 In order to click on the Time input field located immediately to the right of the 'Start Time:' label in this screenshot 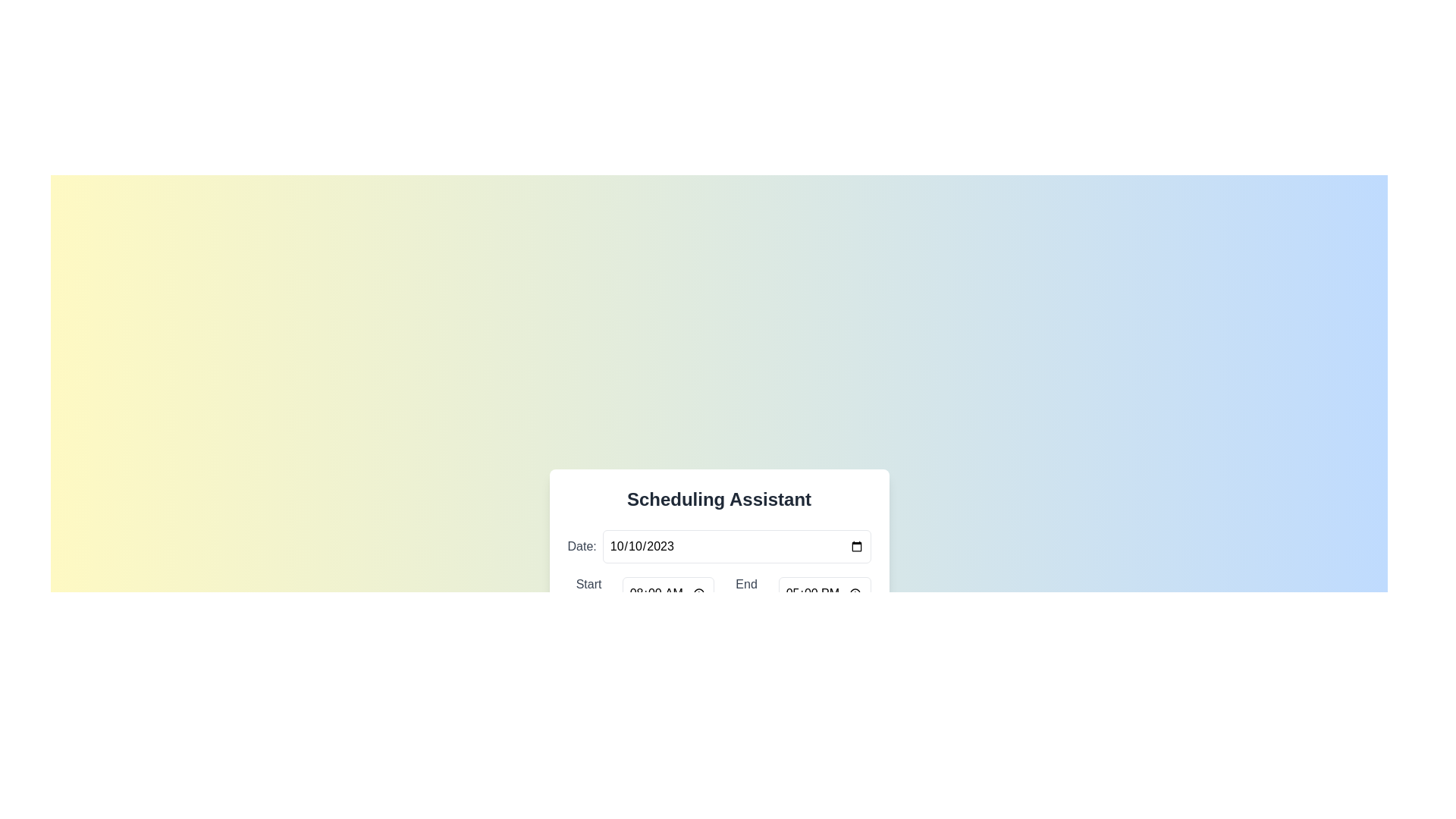, I will do `click(667, 593)`.